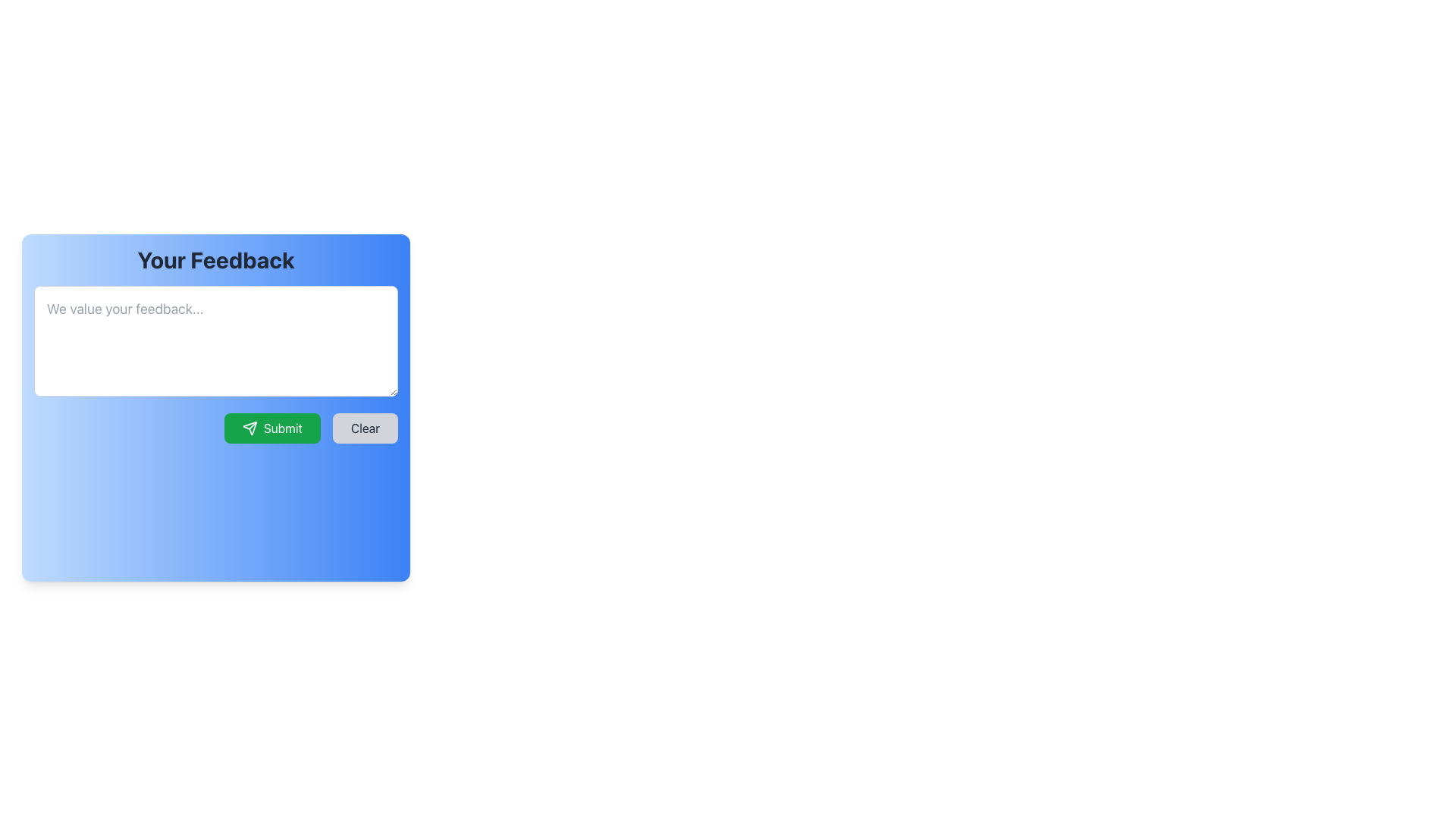  I want to click on the rectangular 'Clear' button with a light gray background and rounded corners, located to the right of the 'Submit' button, so click(365, 428).